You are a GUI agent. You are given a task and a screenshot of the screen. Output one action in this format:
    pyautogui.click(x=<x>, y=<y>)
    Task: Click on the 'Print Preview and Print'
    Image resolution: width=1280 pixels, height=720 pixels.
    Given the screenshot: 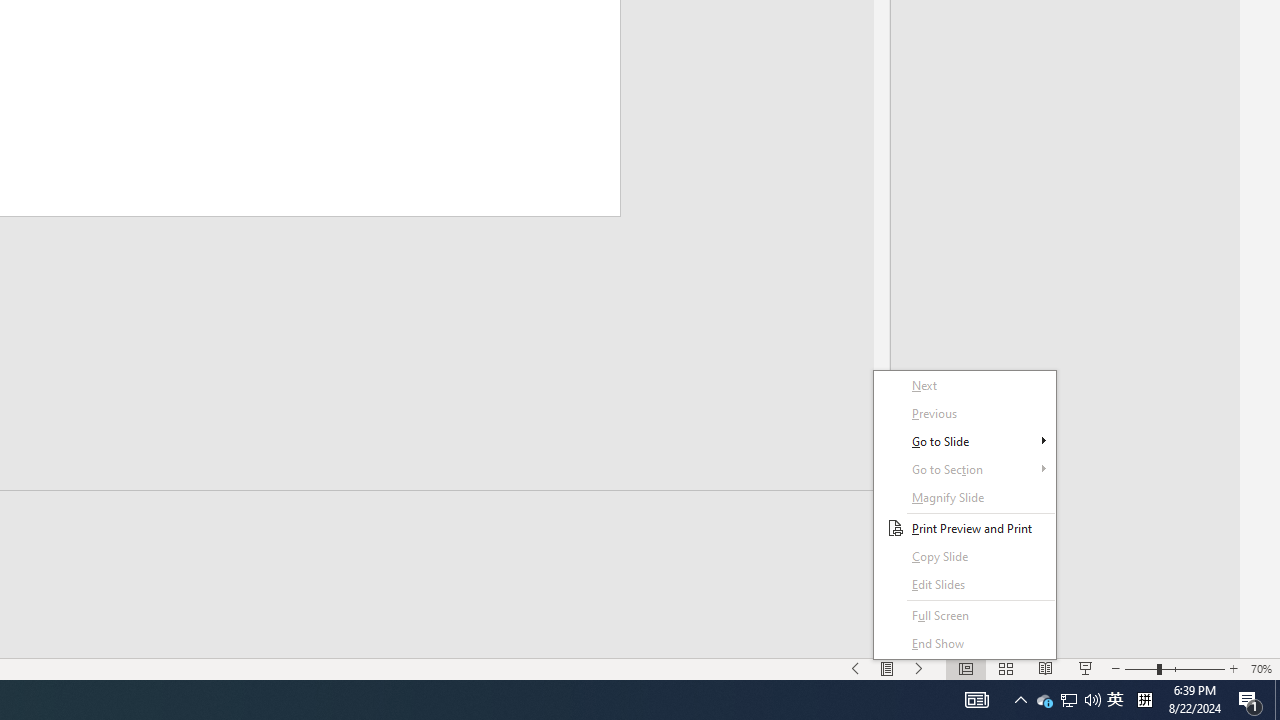 What is the action you would take?
    pyautogui.click(x=965, y=527)
    